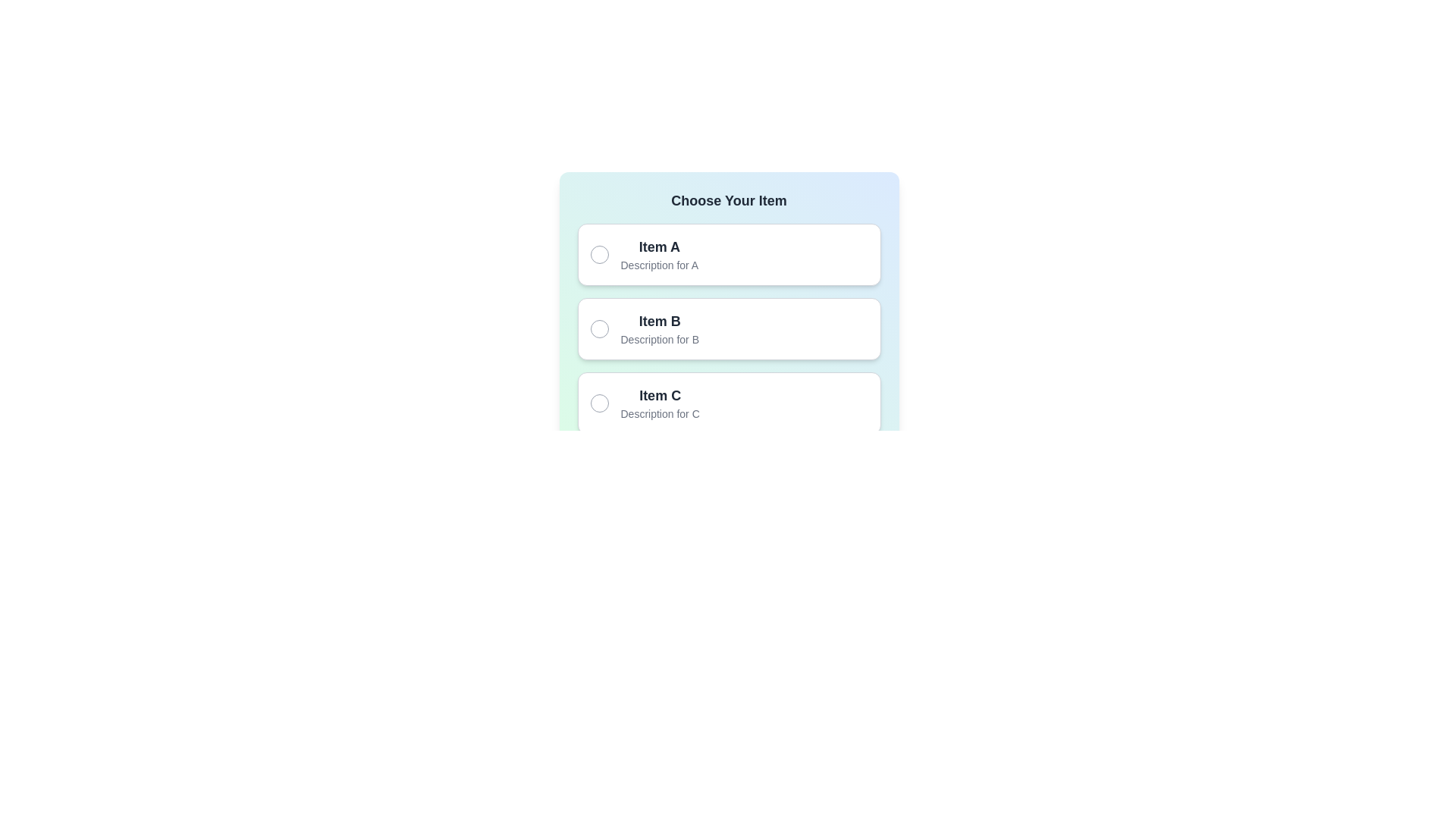 This screenshot has height=819, width=1456. Describe the element at coordinates (660, 403) in the screenshot. I see `text of the element labeled 'Item C' which is above the smaller descriptive text 'Description for C', located in the third item of a vertically stacked list` at that location.